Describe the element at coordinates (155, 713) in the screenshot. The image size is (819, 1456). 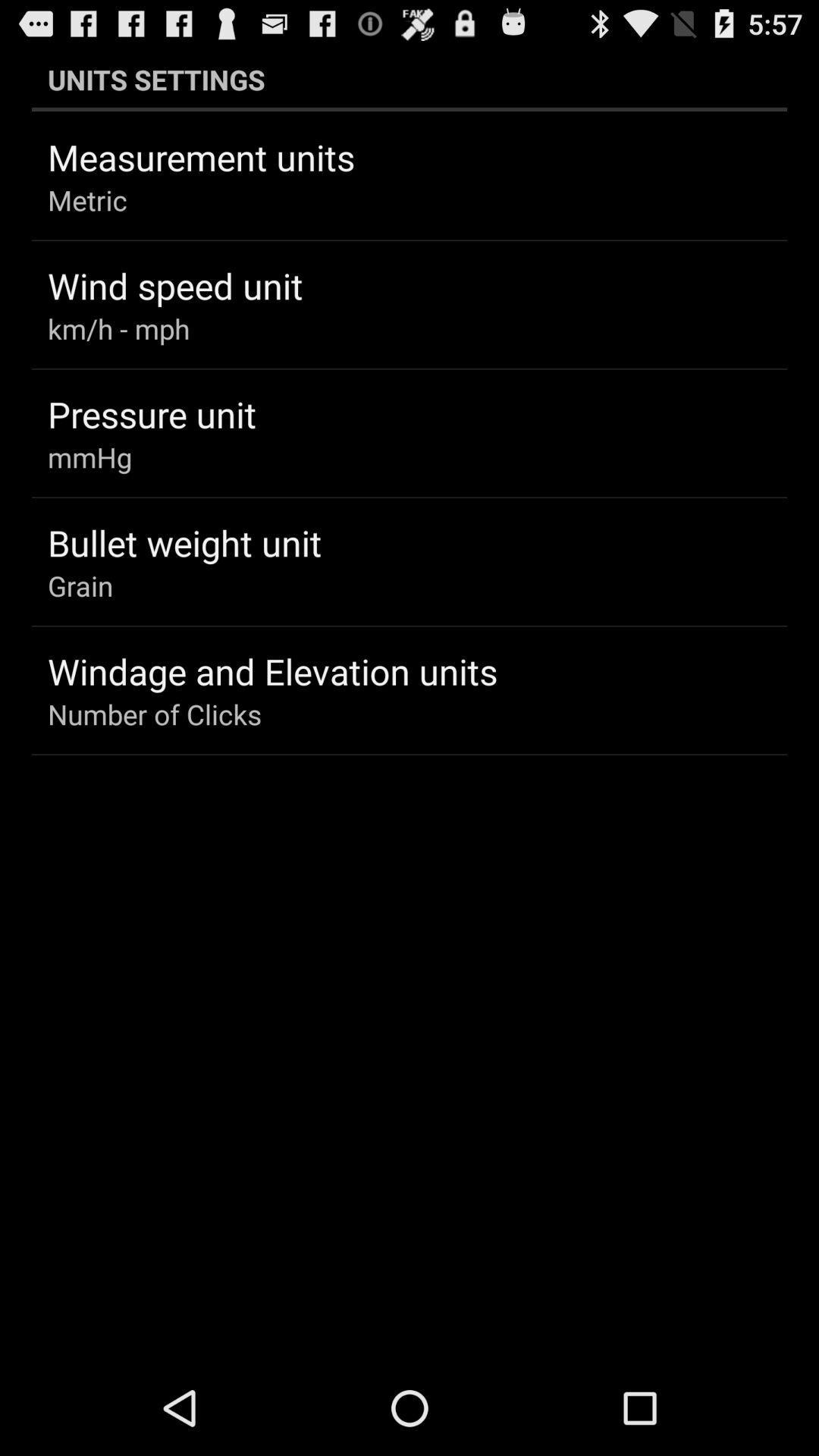
I see `number of clicks app` at that location.